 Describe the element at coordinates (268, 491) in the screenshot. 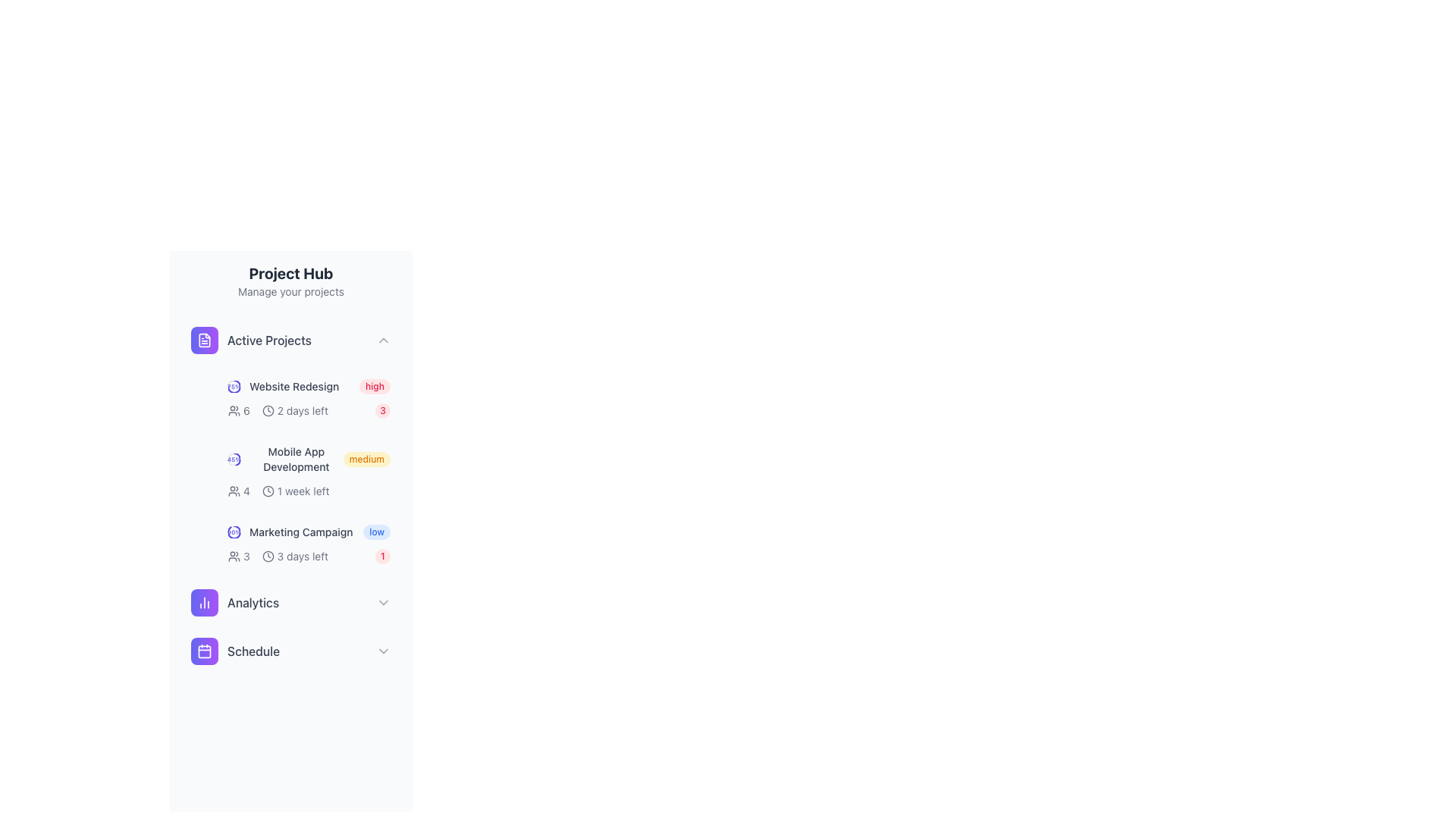

I see `the small, circular clock icon with a thin outline, part of the 'Mobile App Development' project entry, located to the left of the text '1 week left'` at that location.